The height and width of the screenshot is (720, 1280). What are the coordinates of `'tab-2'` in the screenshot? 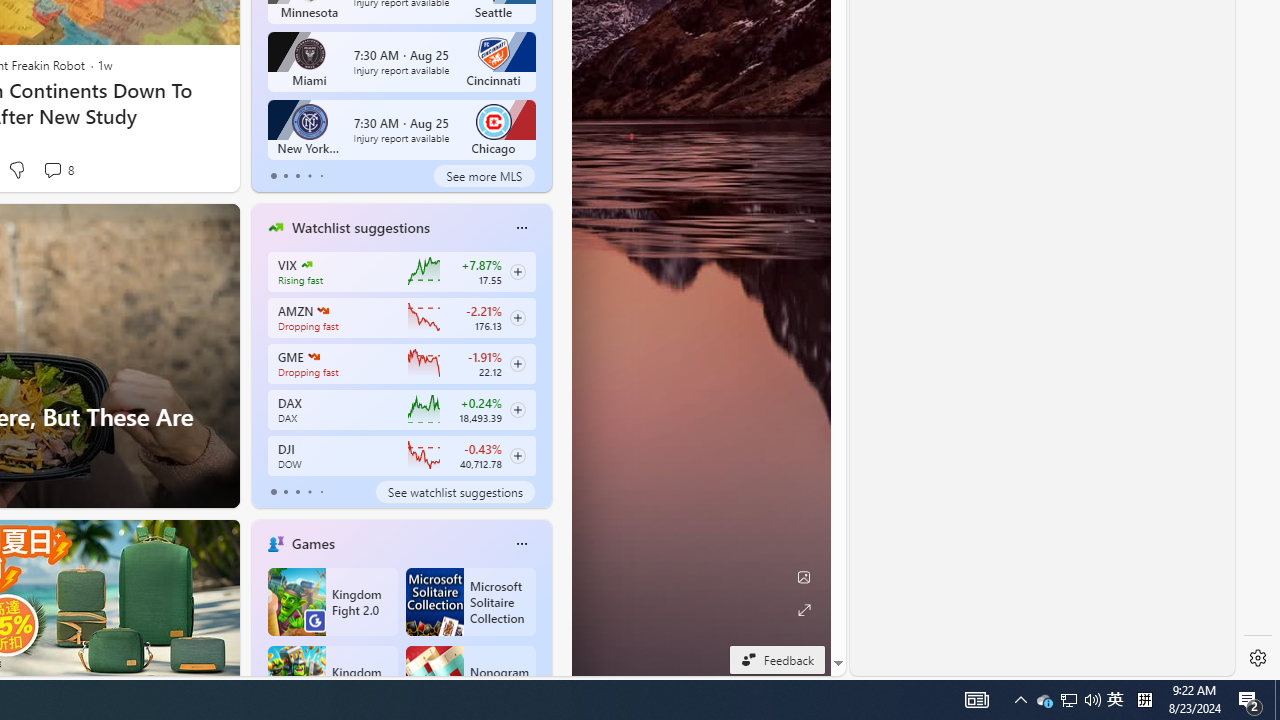 It's located at (296, 492).